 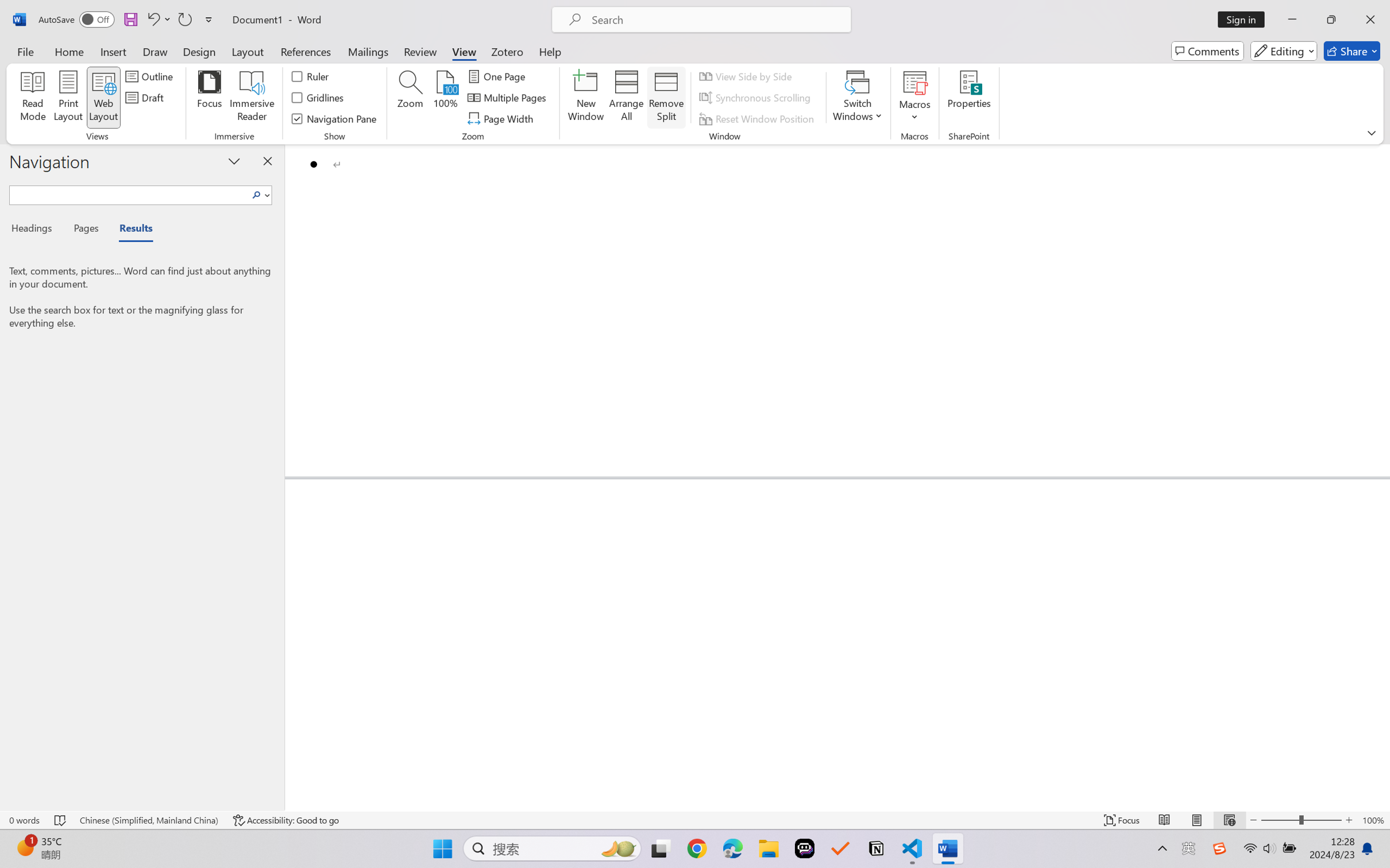 What do you see at coordinates (152, 19) in the screenshot?
I see `'Undo Bullet Default'` at bounding box center [152, 19].